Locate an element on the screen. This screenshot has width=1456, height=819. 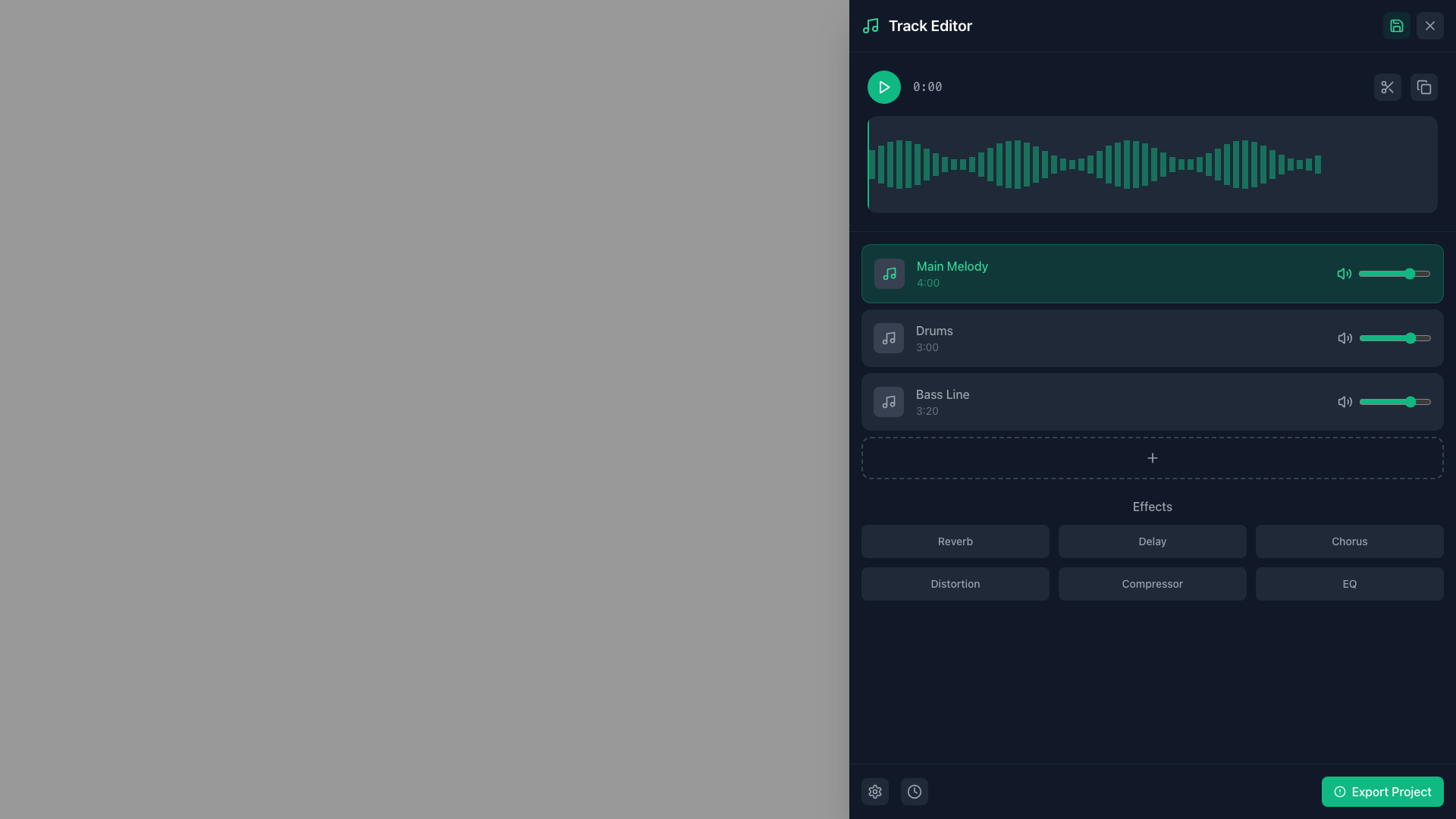
the SVG Graphic Icon located at the start of the 'Export Project' button is located at coordinates (1339, 791).